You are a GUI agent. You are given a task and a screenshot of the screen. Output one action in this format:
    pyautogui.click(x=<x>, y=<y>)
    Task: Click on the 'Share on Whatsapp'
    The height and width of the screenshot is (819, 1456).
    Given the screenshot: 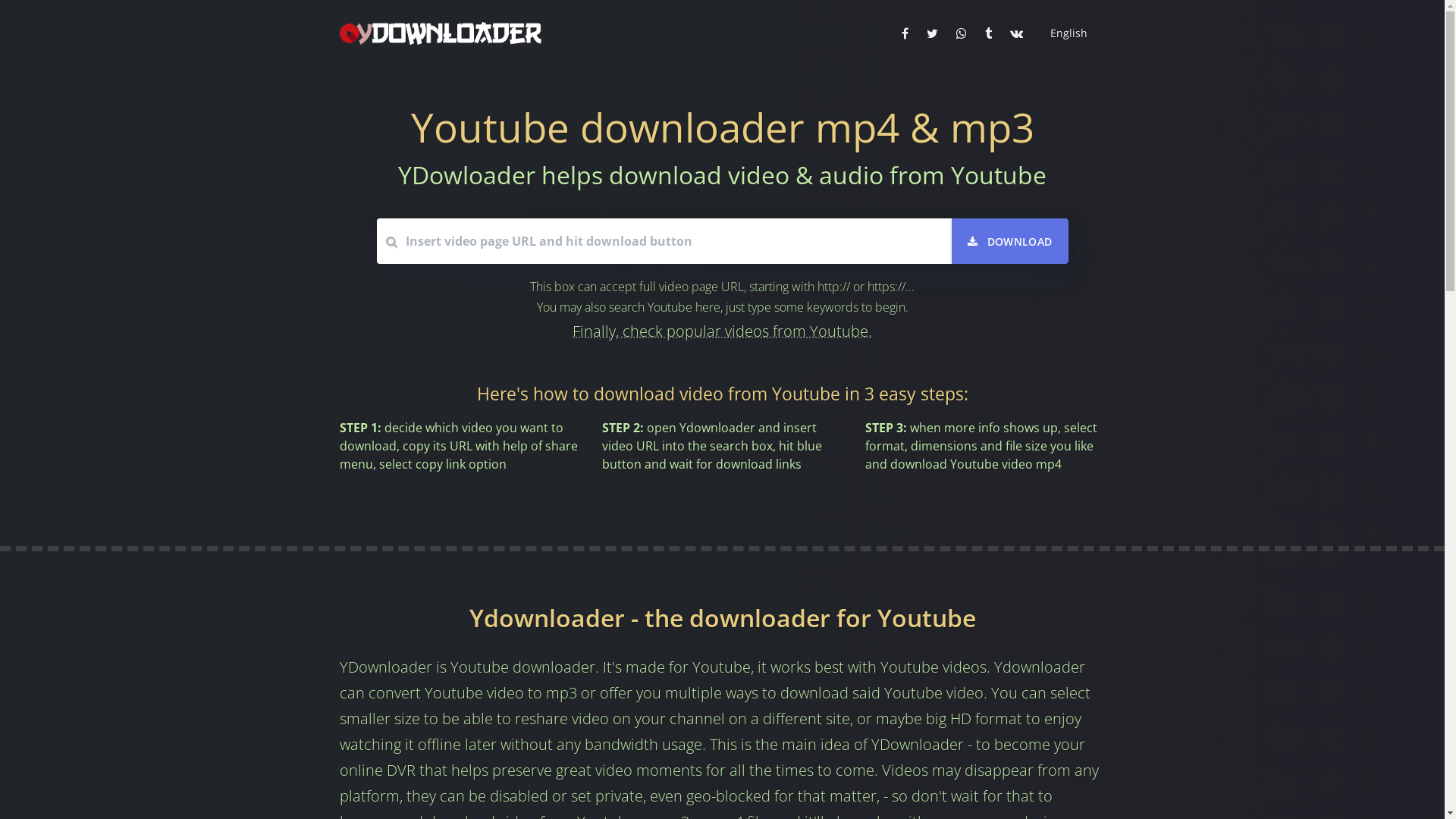 What is the action you would take?
    pyautogui.click(x=960, y=33)
    